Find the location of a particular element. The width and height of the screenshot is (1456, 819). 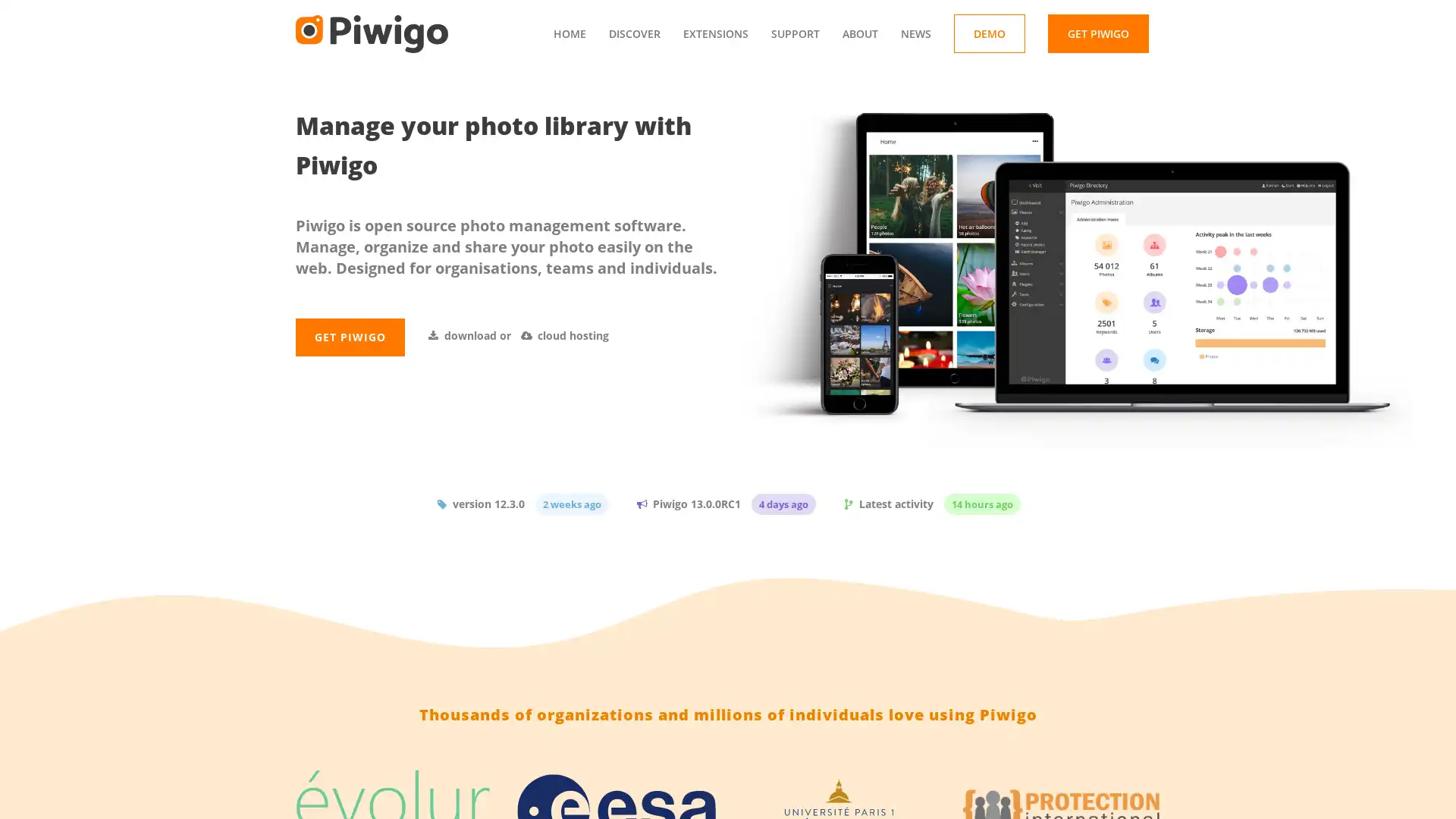

GET PIWIGO is located at coordinates (349, 372).